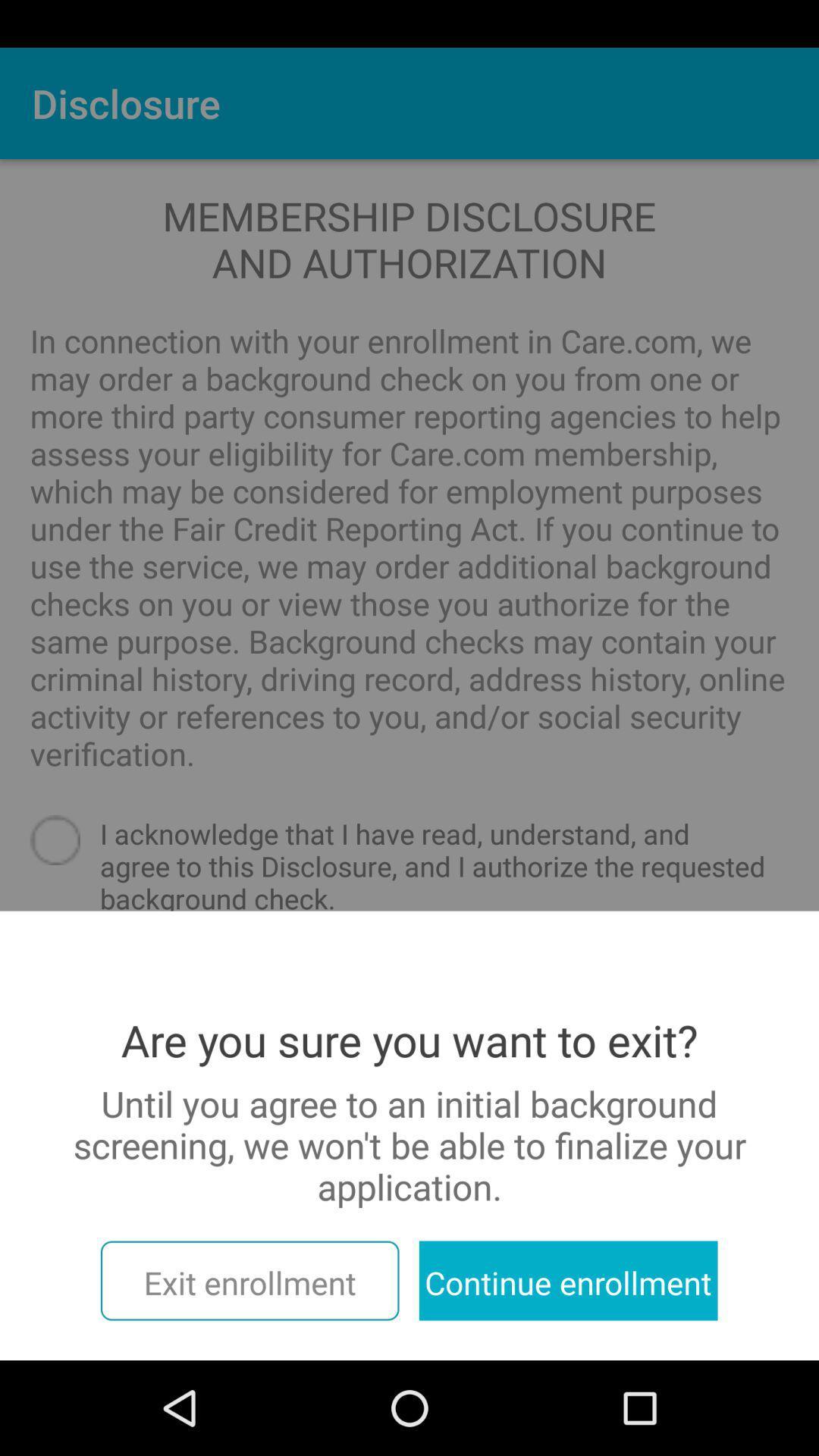 The image size is (819, 1456). Describe the element at coordinates (568, 1280) in the screenshot. I see `the item to the right of exit enrollment` at that location.